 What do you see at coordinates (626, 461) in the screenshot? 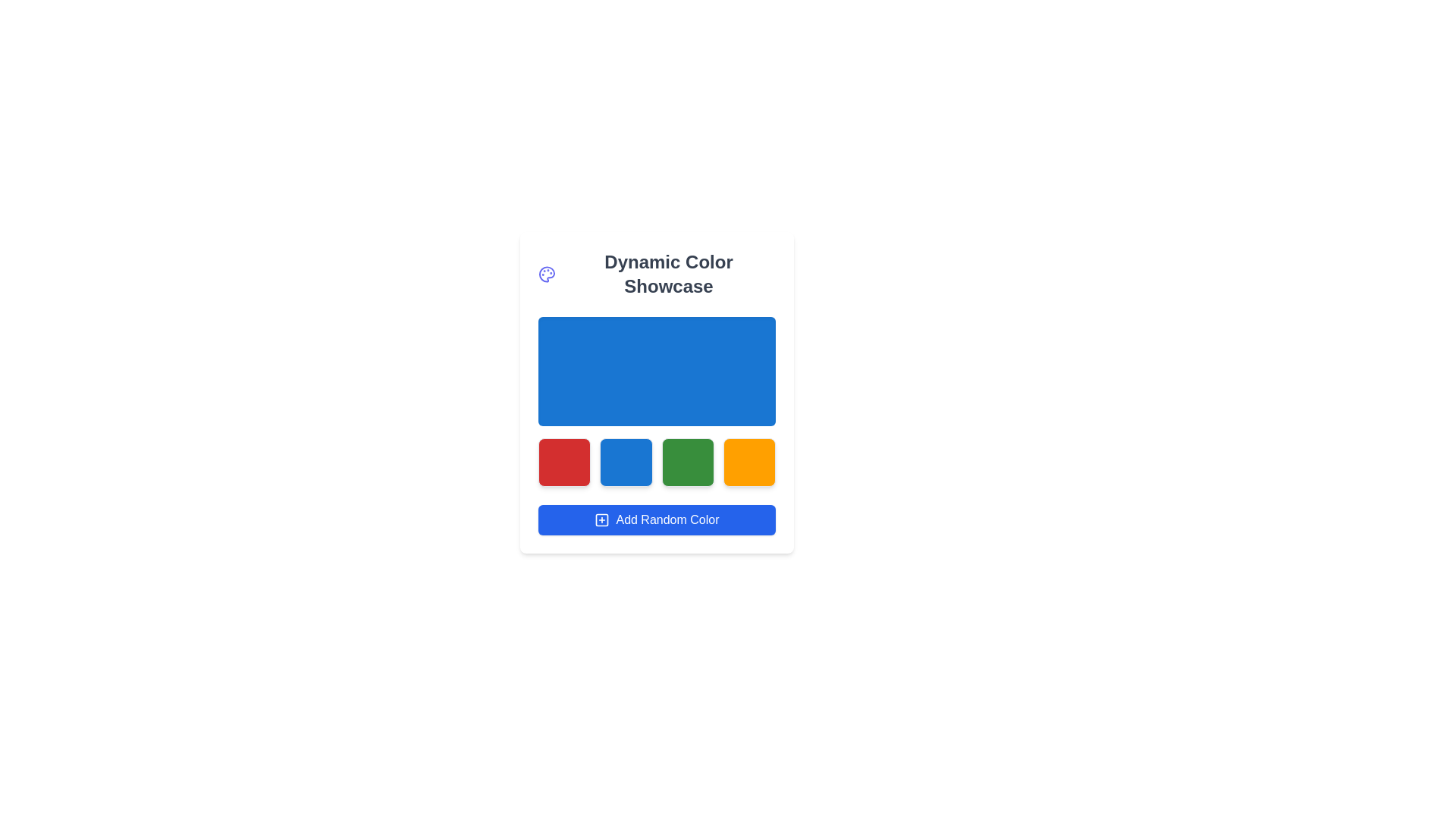
I see `the second colored square button` at bounding box center [626, 461].